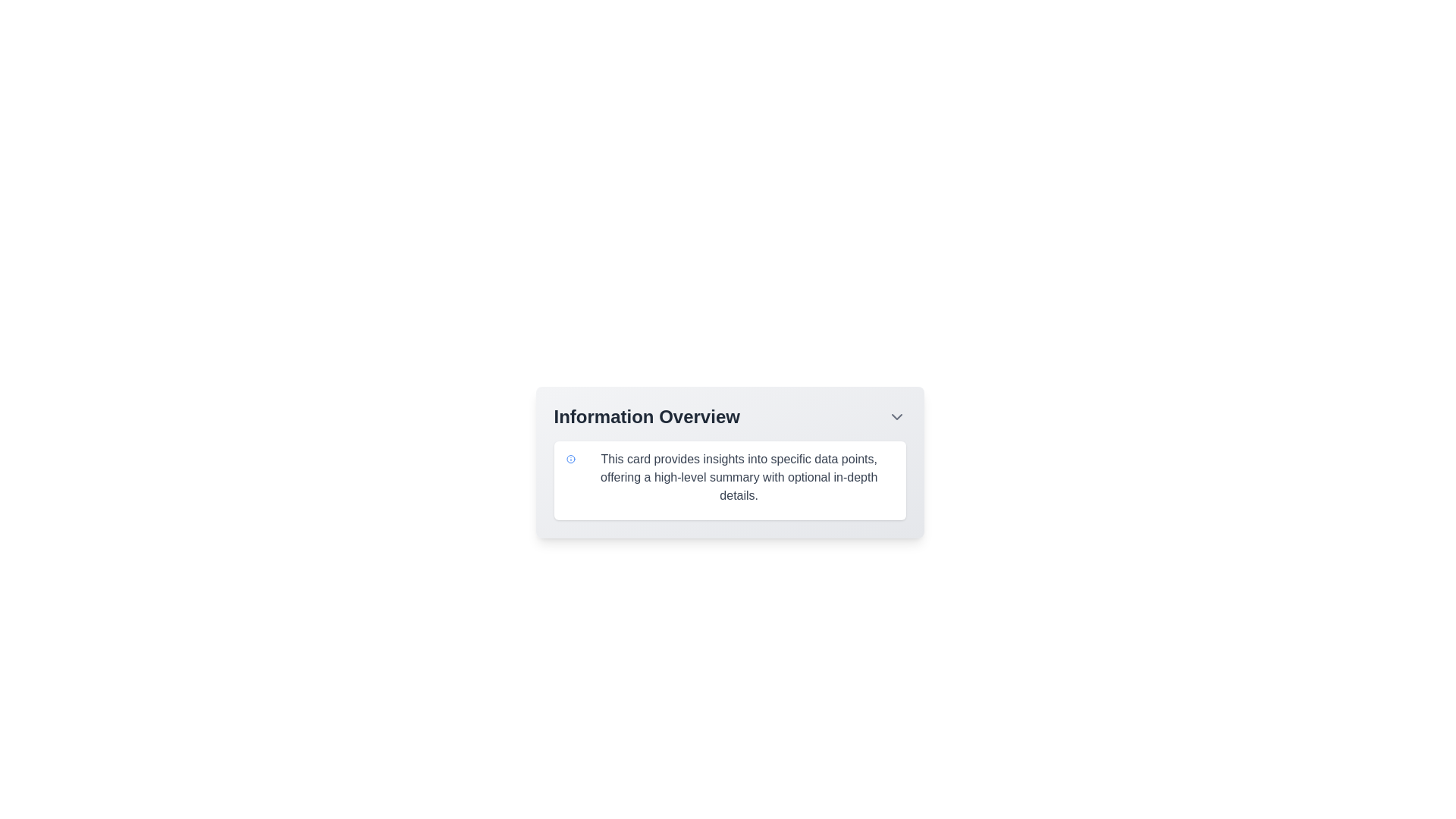 This screenshot has width=1456, height=819. I want to click on the header element displaying 'Information Overview', so click(730, 417).